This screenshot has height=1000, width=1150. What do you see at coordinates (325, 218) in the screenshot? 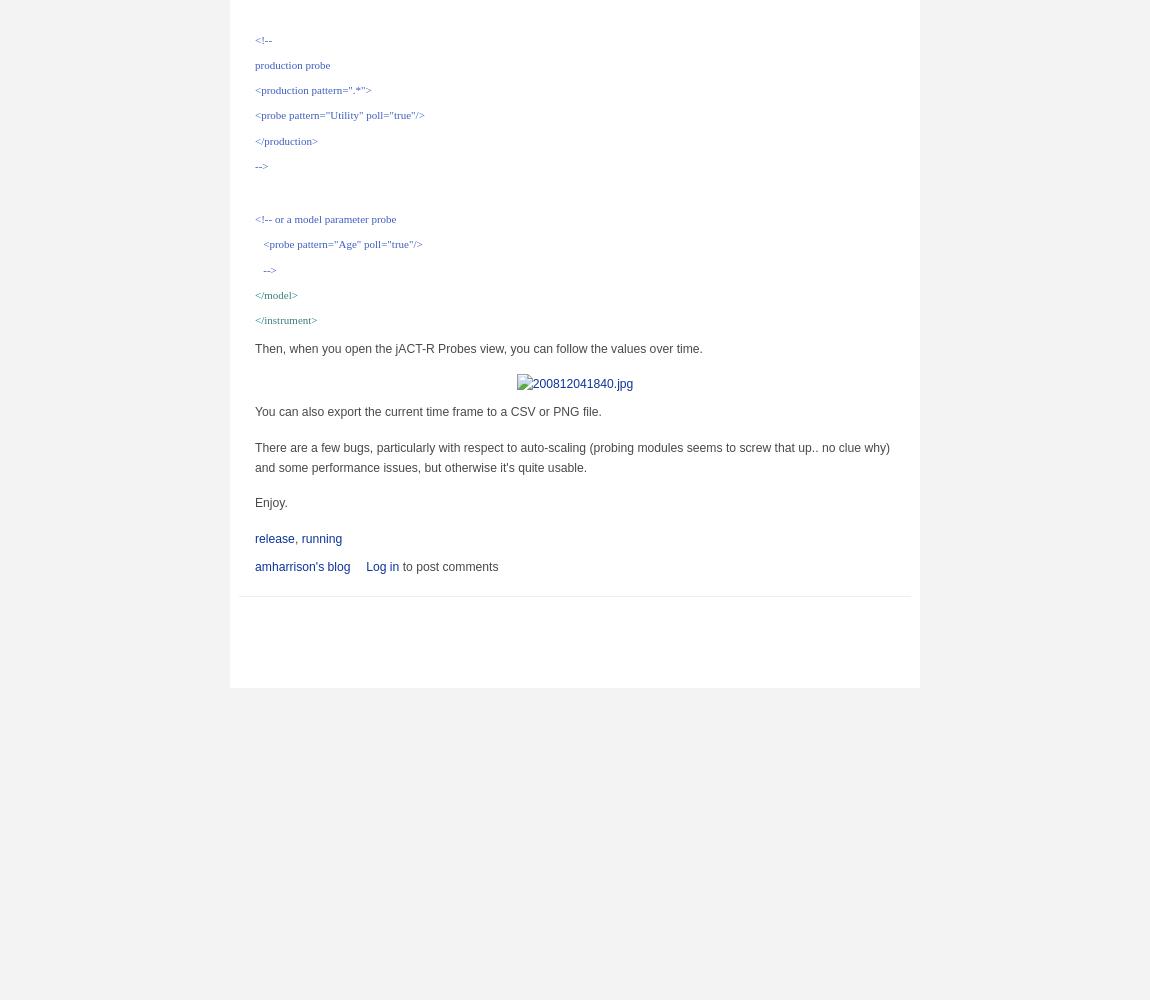
I see `'<!-- or a model parameter probe'` at bounding box center [325, 218].